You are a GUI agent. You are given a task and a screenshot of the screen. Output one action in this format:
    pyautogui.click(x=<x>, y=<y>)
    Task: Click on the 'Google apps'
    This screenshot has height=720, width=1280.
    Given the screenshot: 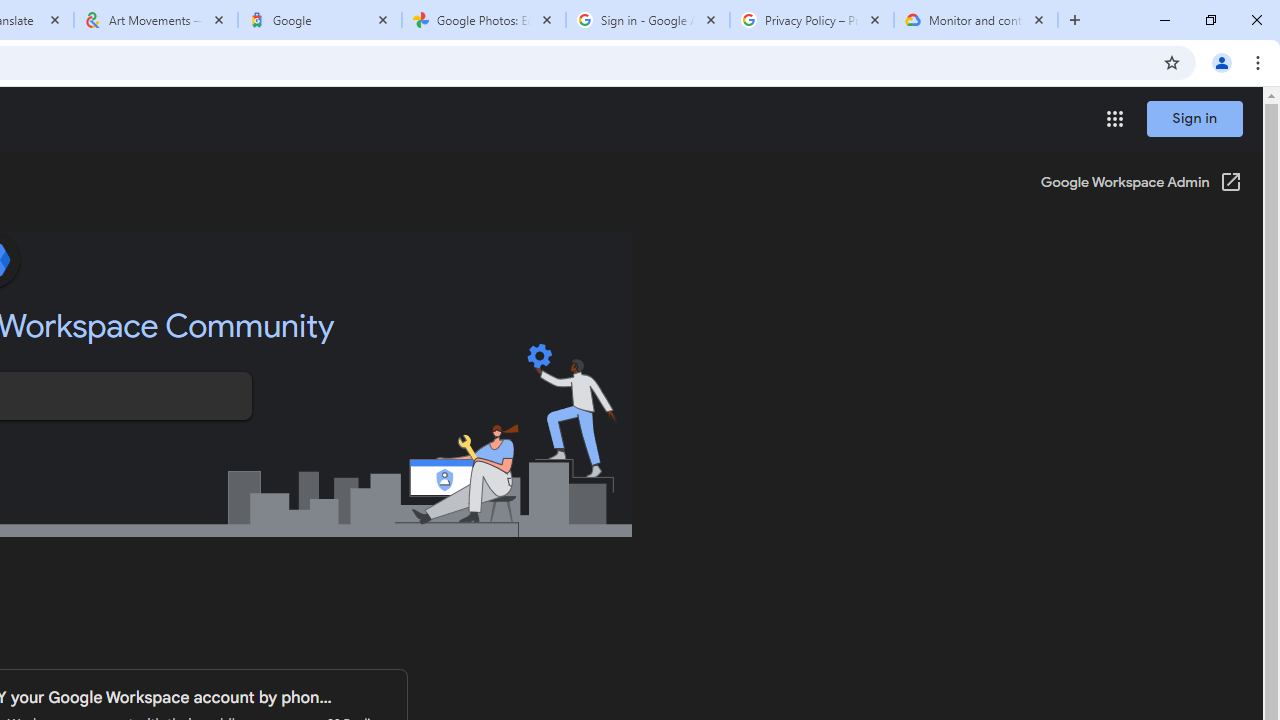 What is the action you would take?
    pyautogui.click(x=1113, y=119)
    